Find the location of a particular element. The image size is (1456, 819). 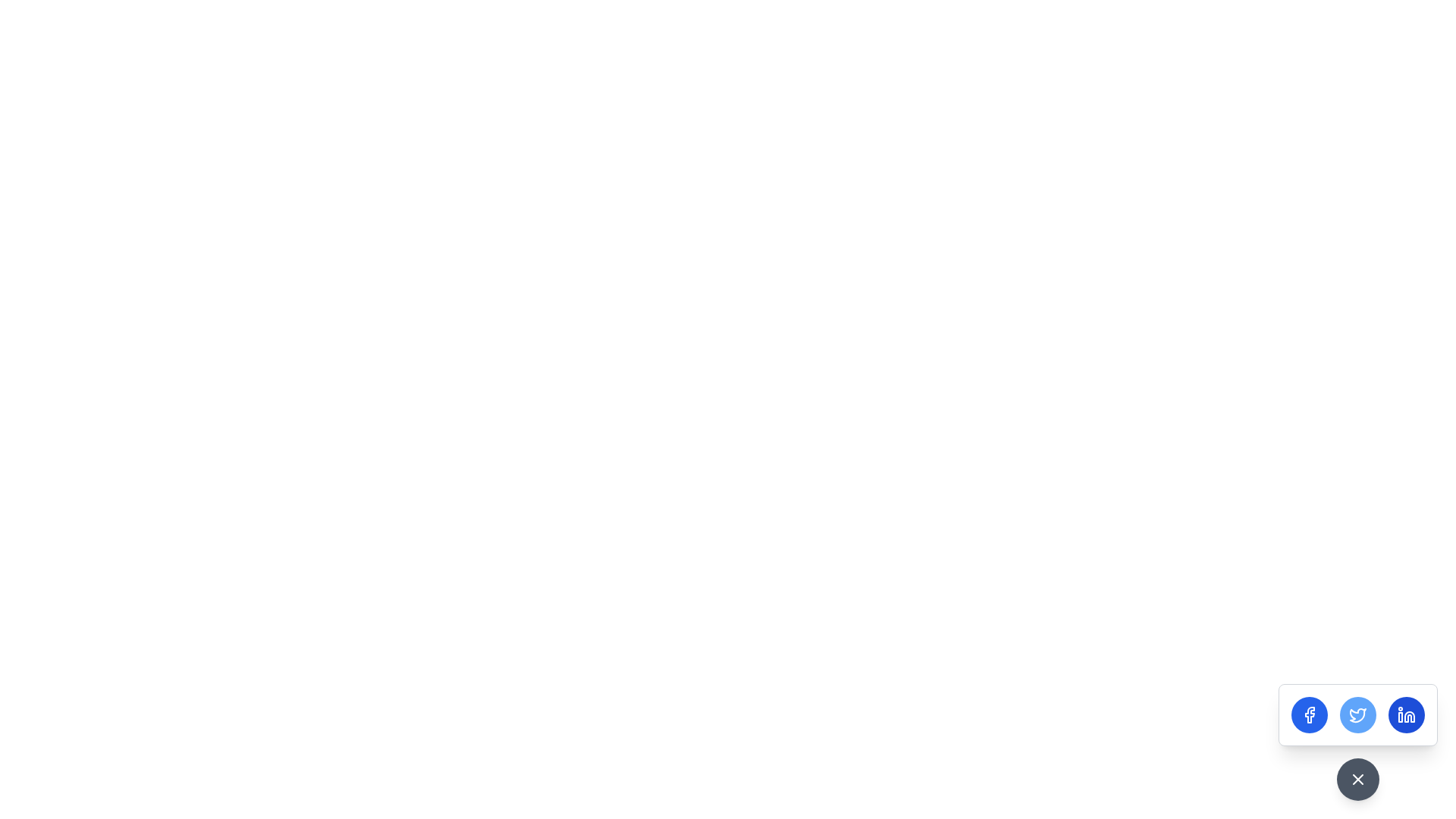

the LinkedIn-styled half-circle icon located in the rightmost position of a horizontal group of three circular icons, above a rounded close button is located at coordinates (1408, 717).